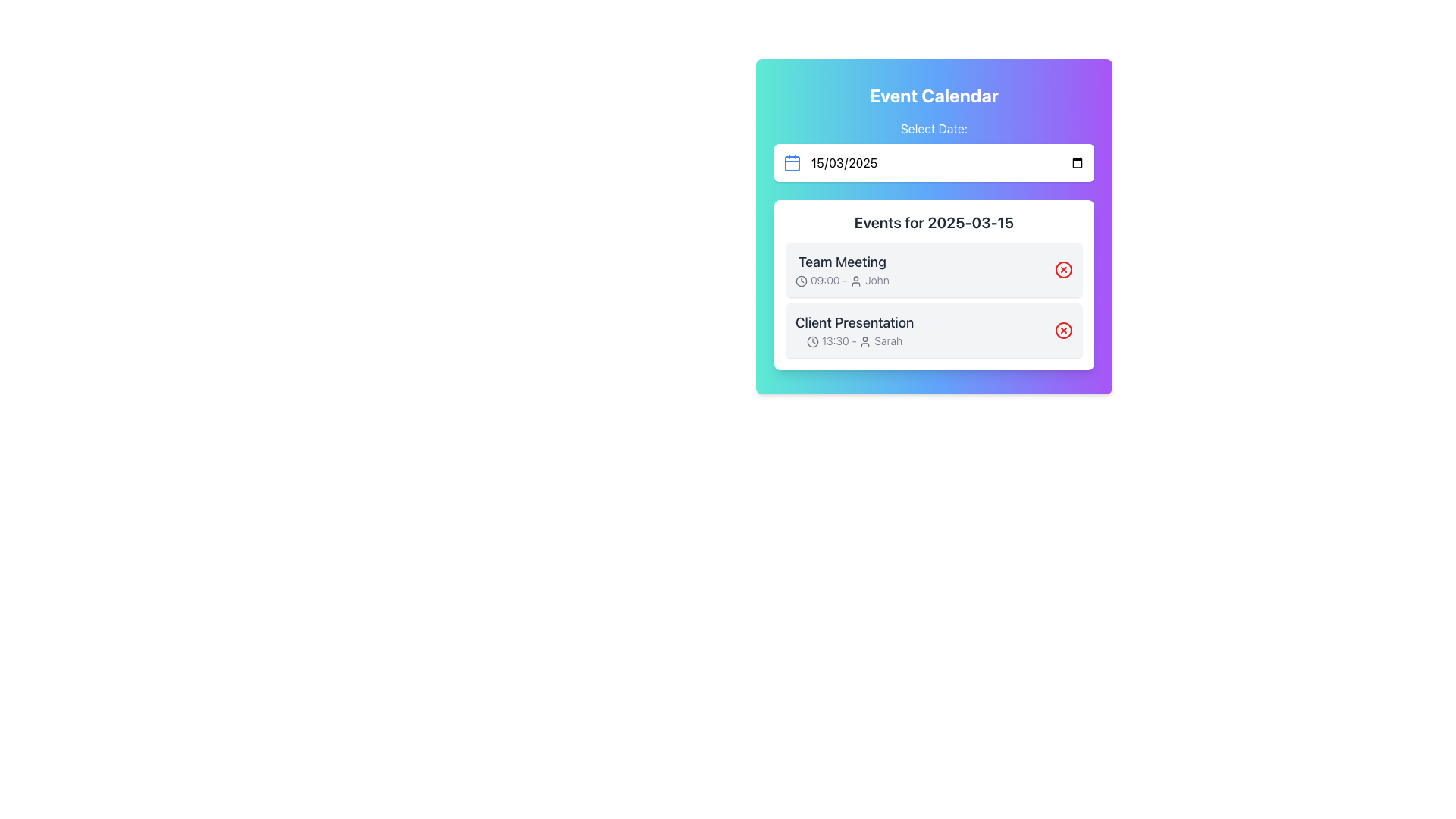 The width and height of the screenshot is (1456, 819). What do you see at coordinates (934, 96) in the screenshot?
I see `the 'Event Calendar' text label, which is displayed in white, bold, large font against a colorful gradient background` at bounding box center [934, 96].